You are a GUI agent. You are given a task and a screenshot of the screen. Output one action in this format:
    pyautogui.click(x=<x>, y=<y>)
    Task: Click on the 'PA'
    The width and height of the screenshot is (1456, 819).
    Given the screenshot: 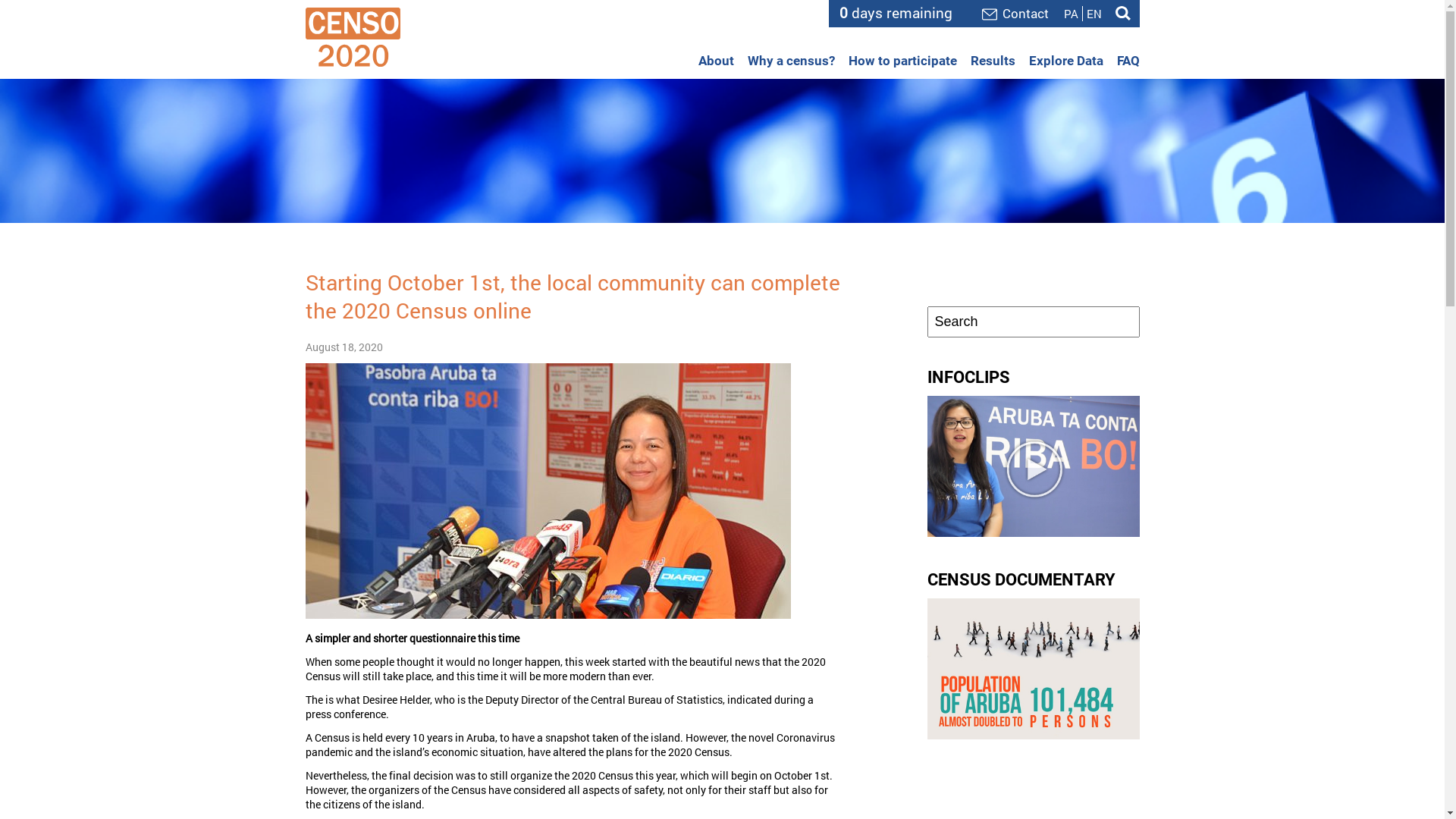 What is the action you would take?
    pyautogui.click(x=1069, y=14)
    